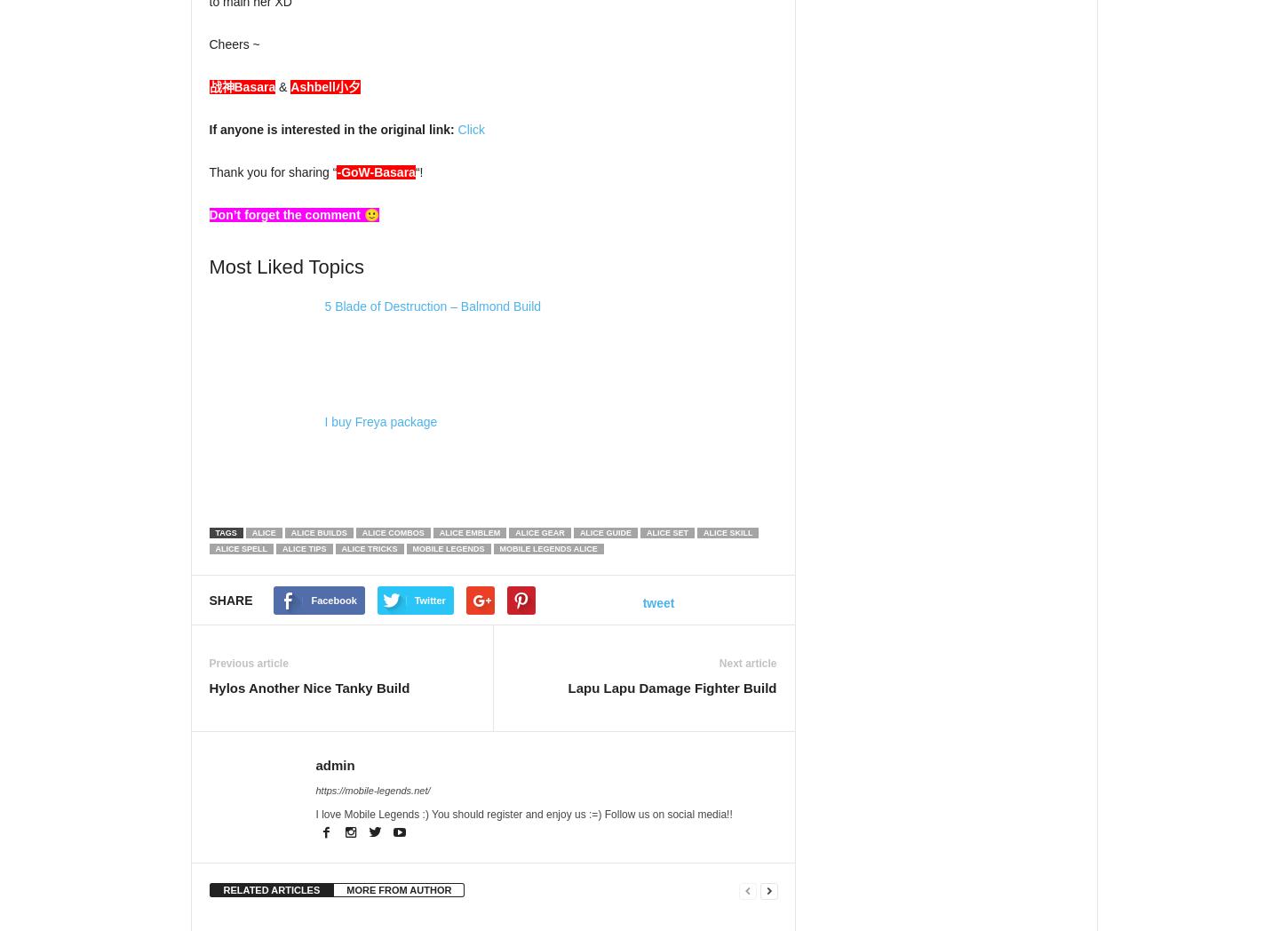 The height and width of the screenshot is (931, 1288). What do you see at coordinates (238, 548) in the screenshot?
I see `'Alice Spell'` at bounding box center [238, 548].